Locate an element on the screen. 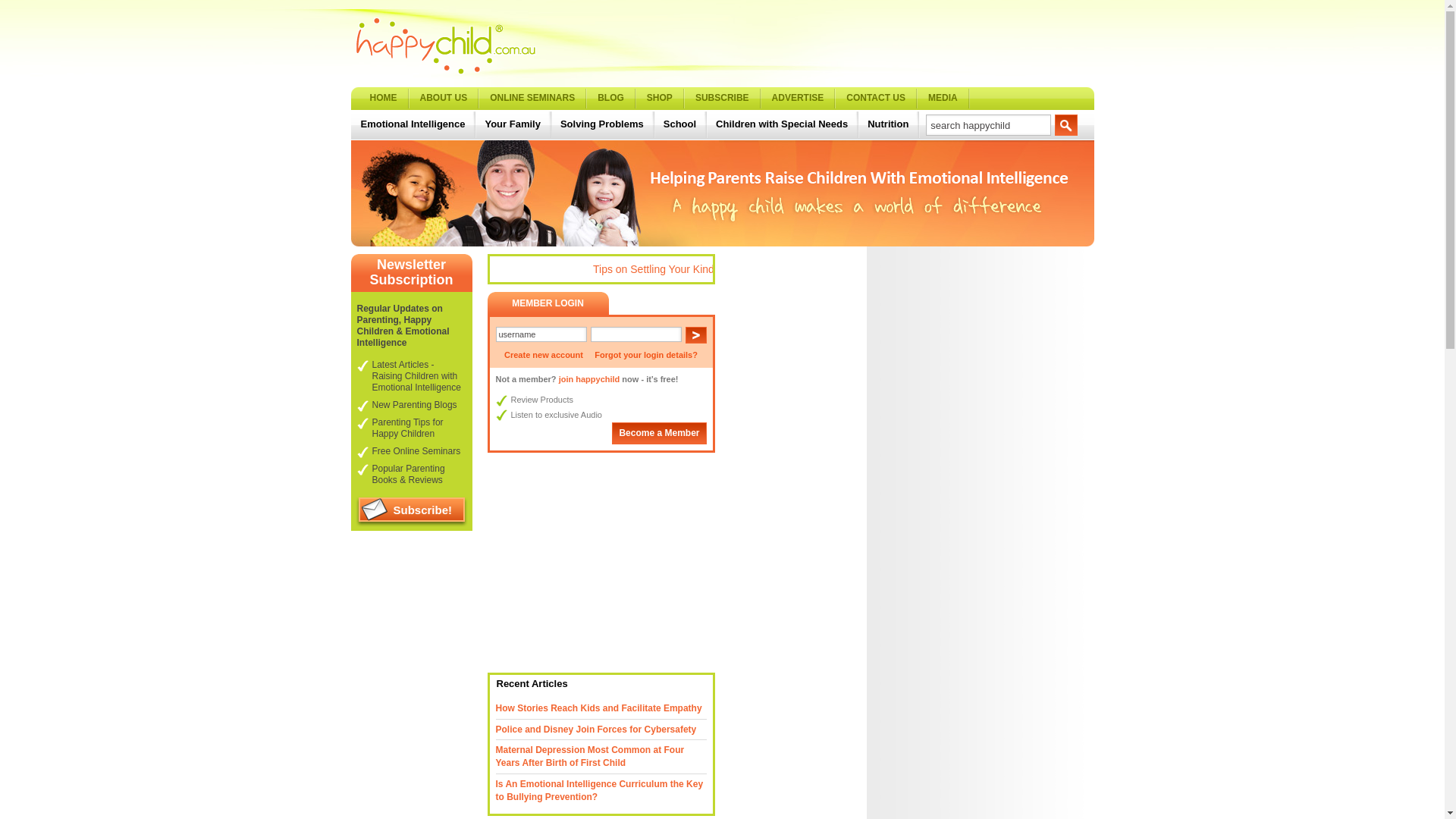 The height and width of the screenshot is (819, 1456). 'CONTACT US' is located at coordinates (876, 99).